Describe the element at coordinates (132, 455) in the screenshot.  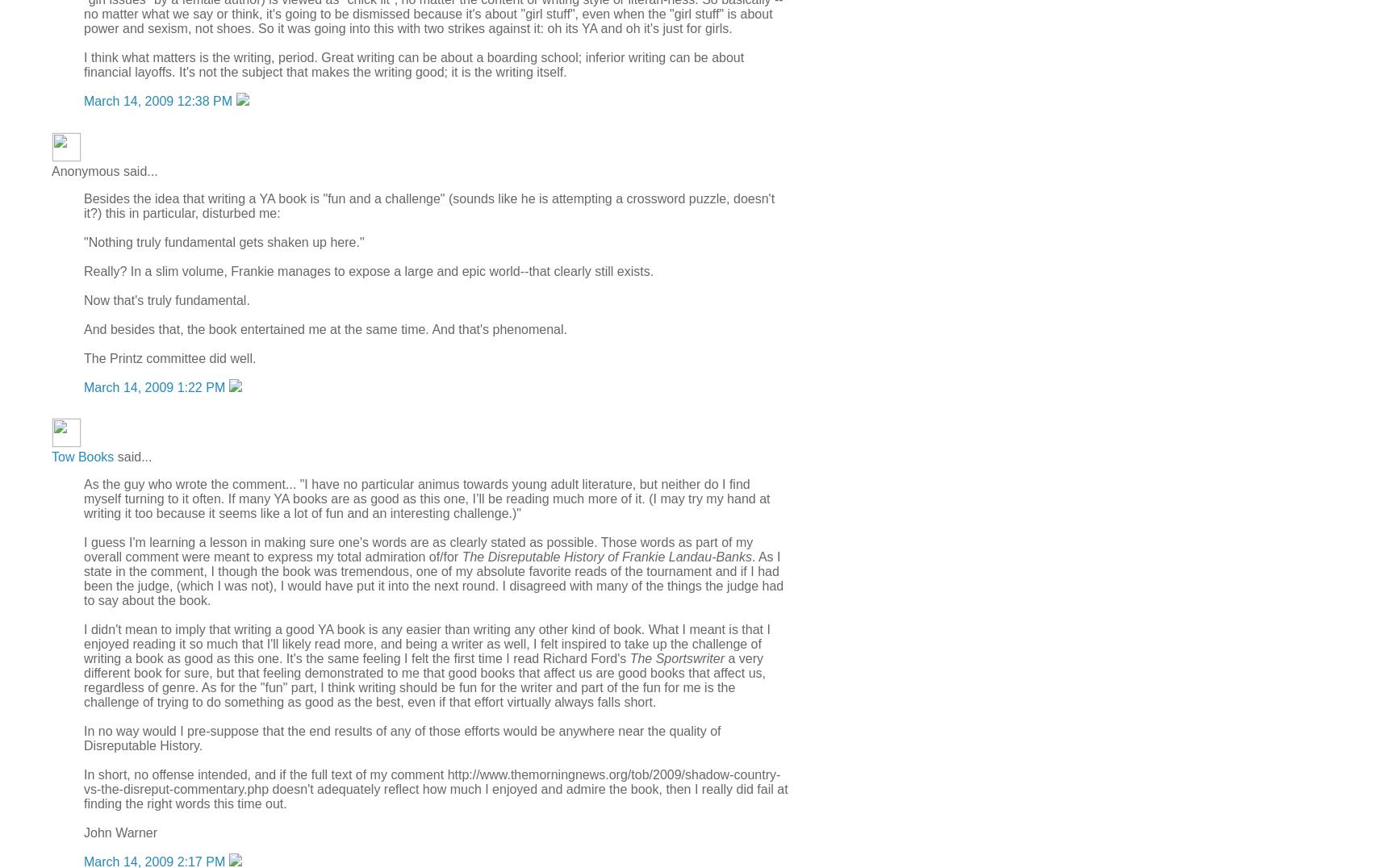
I see `'said...'` at that location.